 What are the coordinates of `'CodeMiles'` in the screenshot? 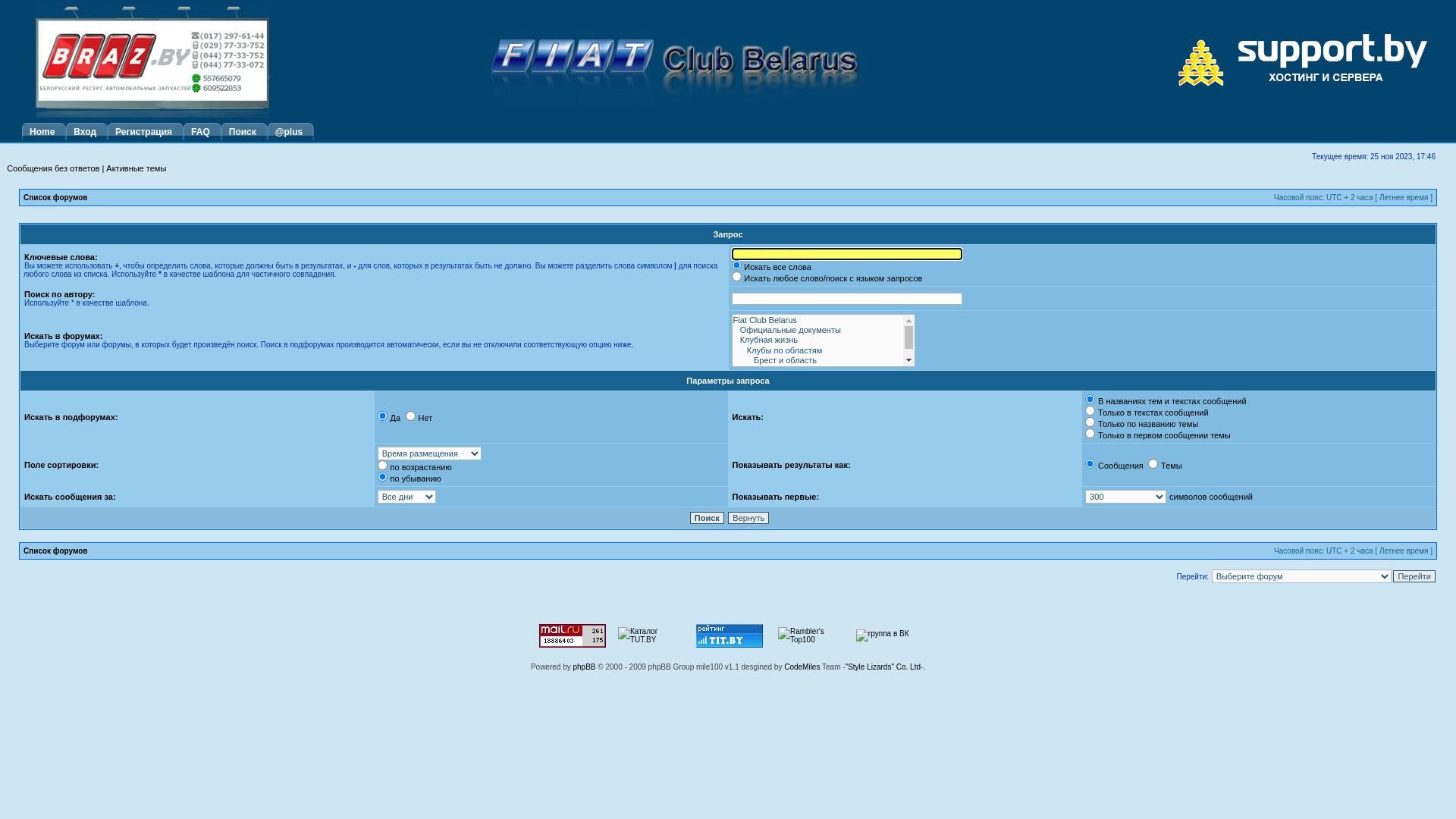 It's located at (801, 666).